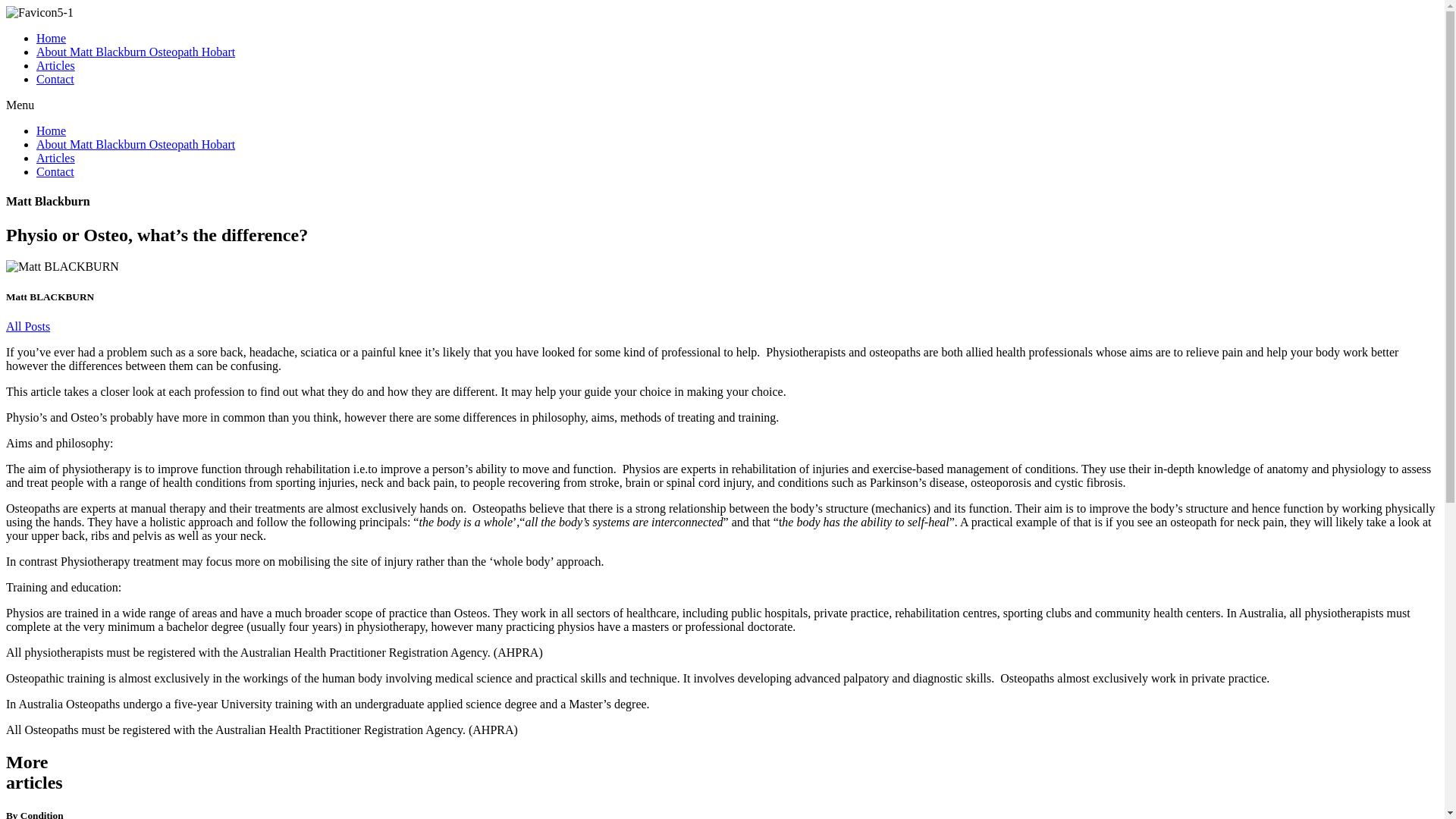  I want to click on 'Home', so click(51, 37).